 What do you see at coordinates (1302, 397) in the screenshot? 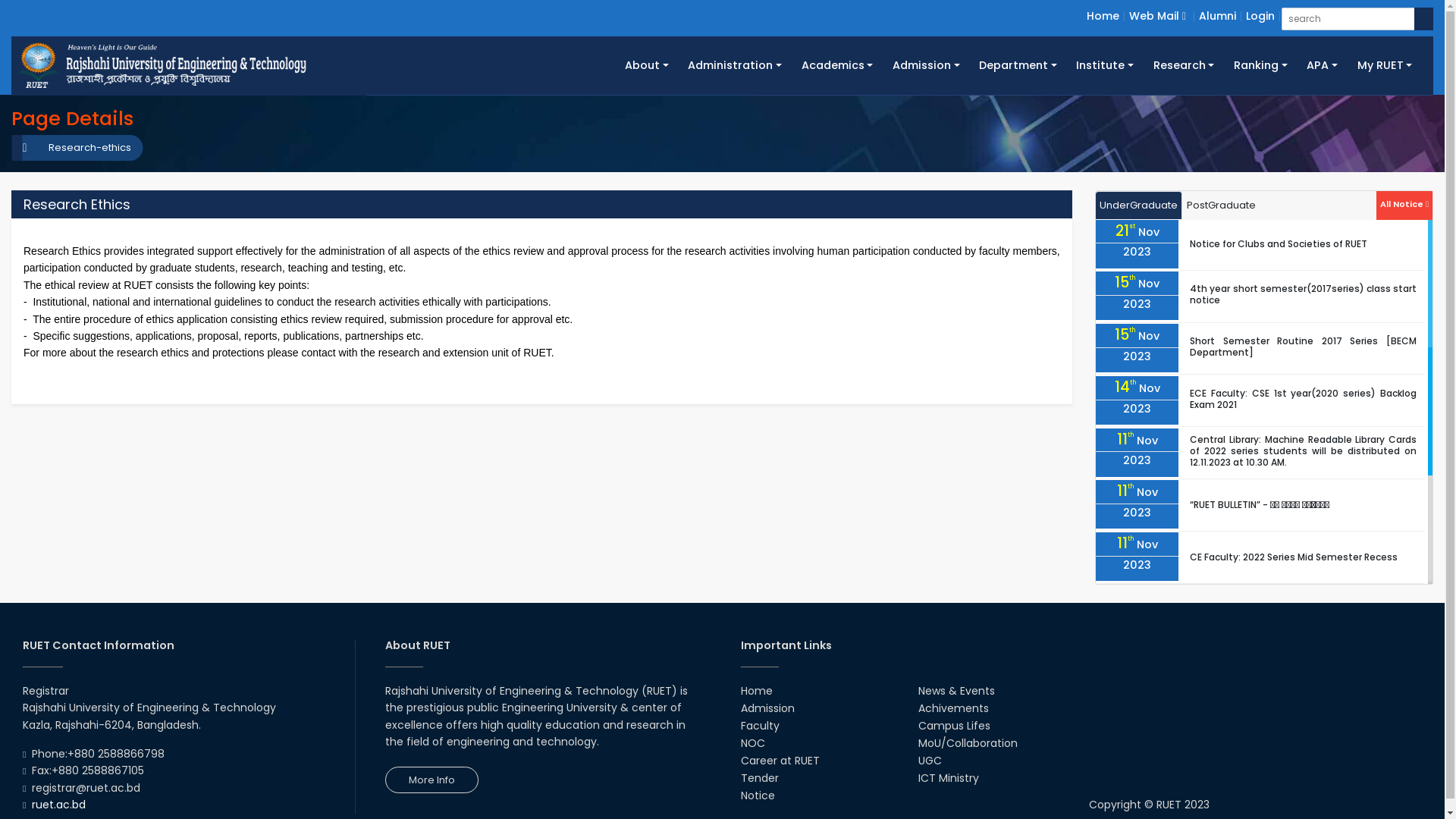
I see `'ECE Faculty: CSE 1st year(2020 series) Backlog Exam 2021'` at bounding box center [1302, 397].